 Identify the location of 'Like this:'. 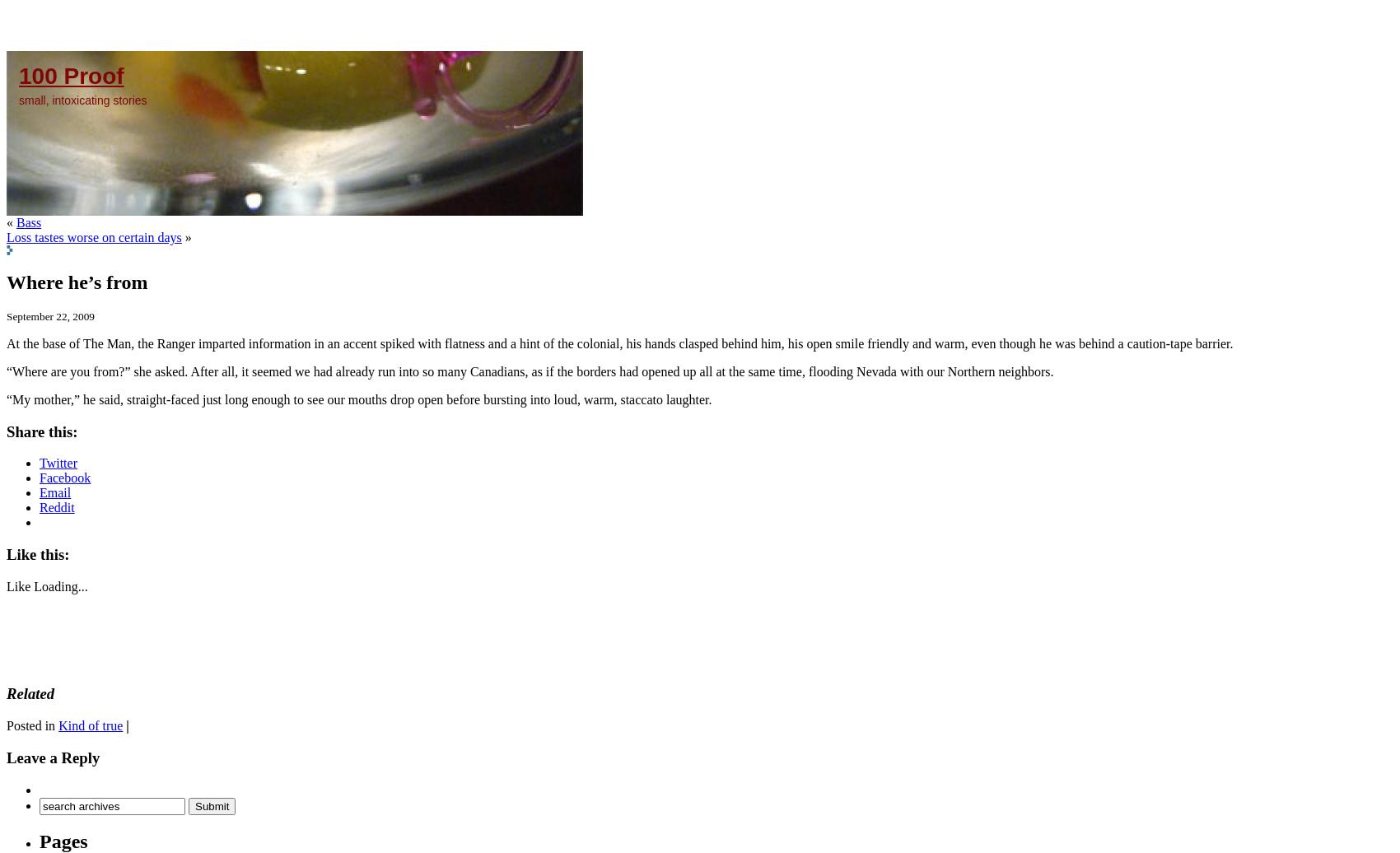
(38, 553).